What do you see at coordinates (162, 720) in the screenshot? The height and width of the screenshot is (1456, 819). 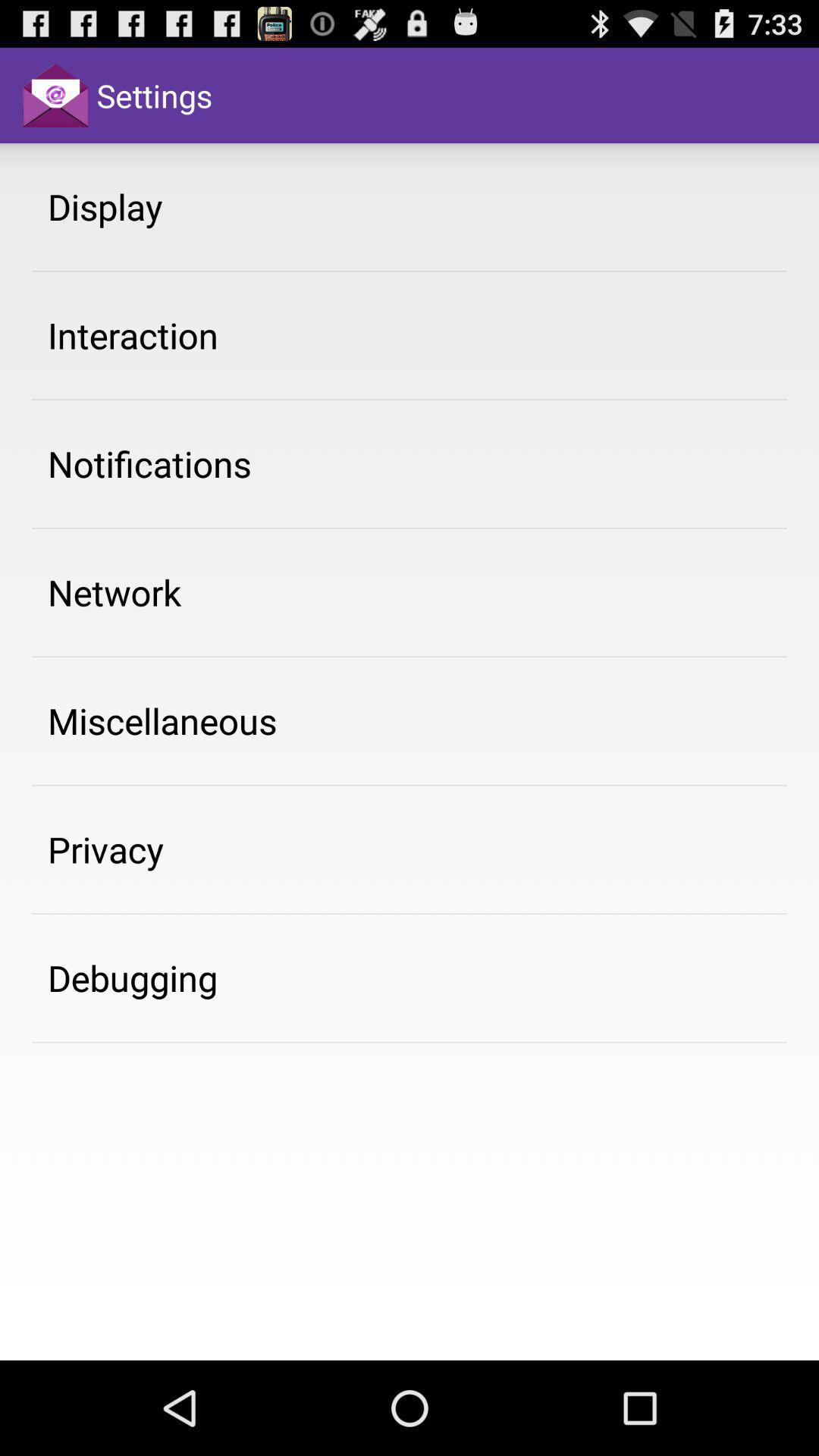 I see `miscellaneous icon` at bounding box center [162, 720].